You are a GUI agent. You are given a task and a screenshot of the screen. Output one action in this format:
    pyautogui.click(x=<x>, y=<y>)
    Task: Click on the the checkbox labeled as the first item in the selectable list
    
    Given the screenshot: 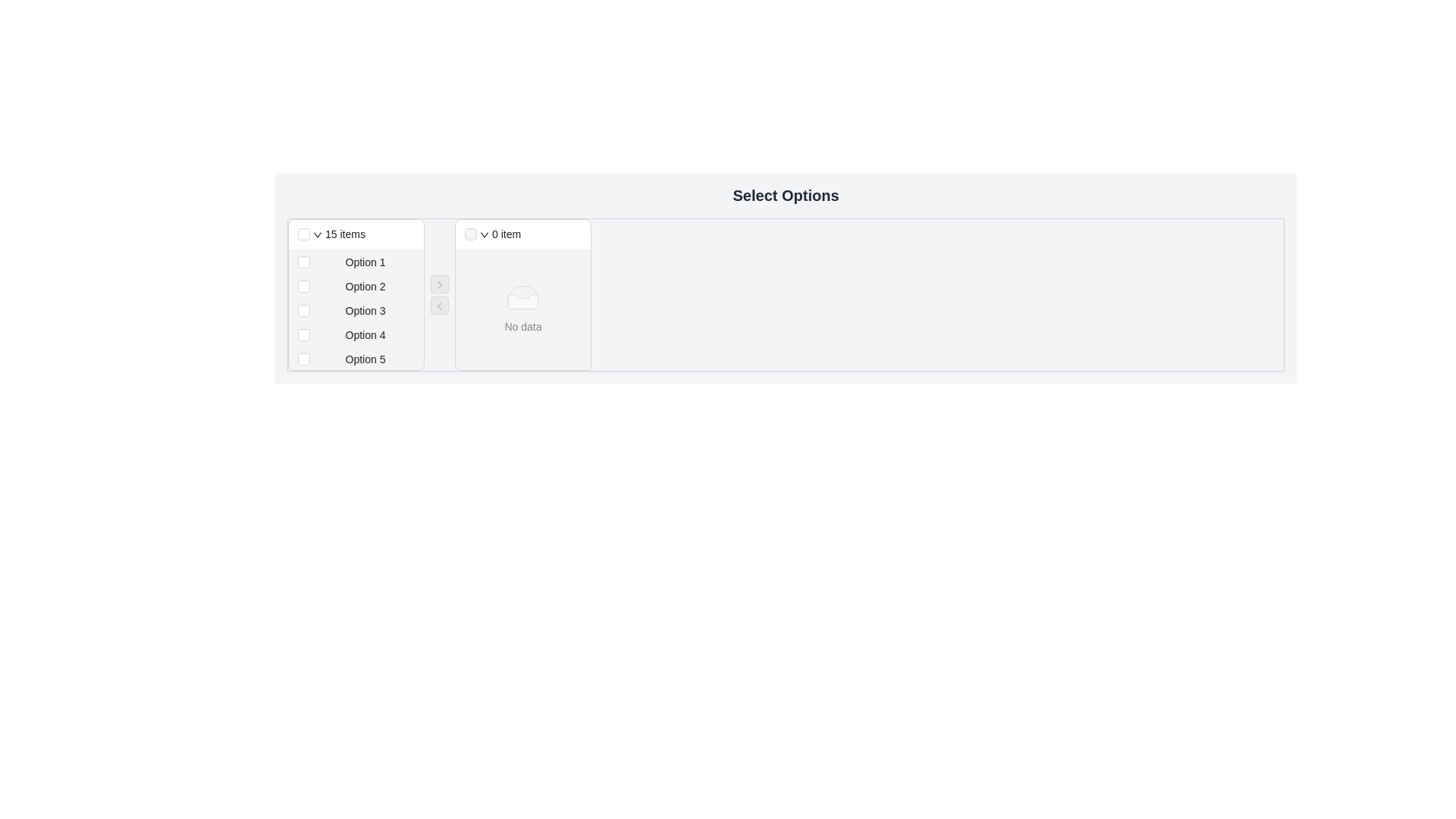 What is the action you would take?
    pyautogui.click(x=356, y=262)
    